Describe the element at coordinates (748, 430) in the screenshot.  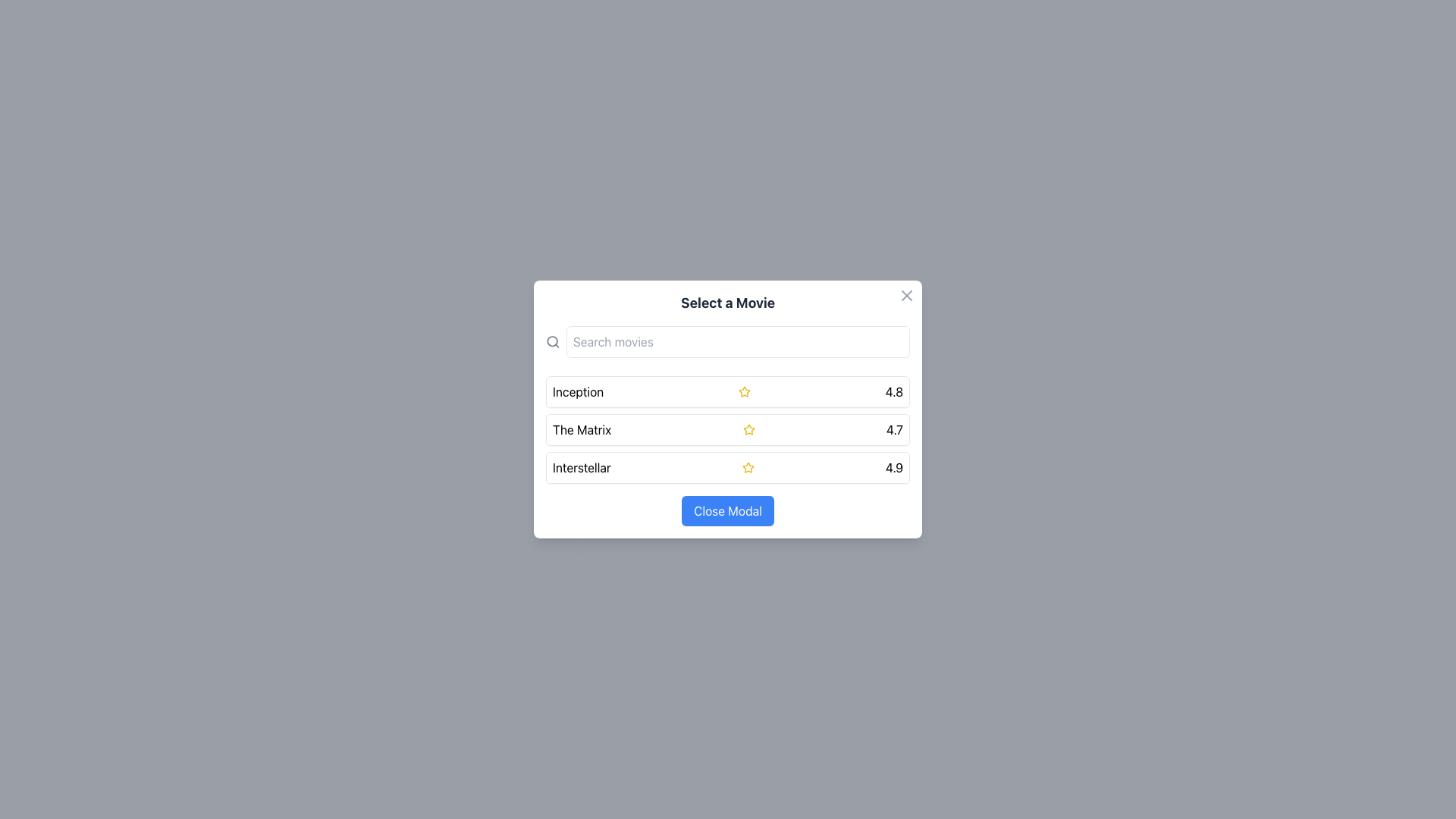
I see `the yellow star icon for rating located to the right of the title 'The Matrix' in the movie card` at that location.